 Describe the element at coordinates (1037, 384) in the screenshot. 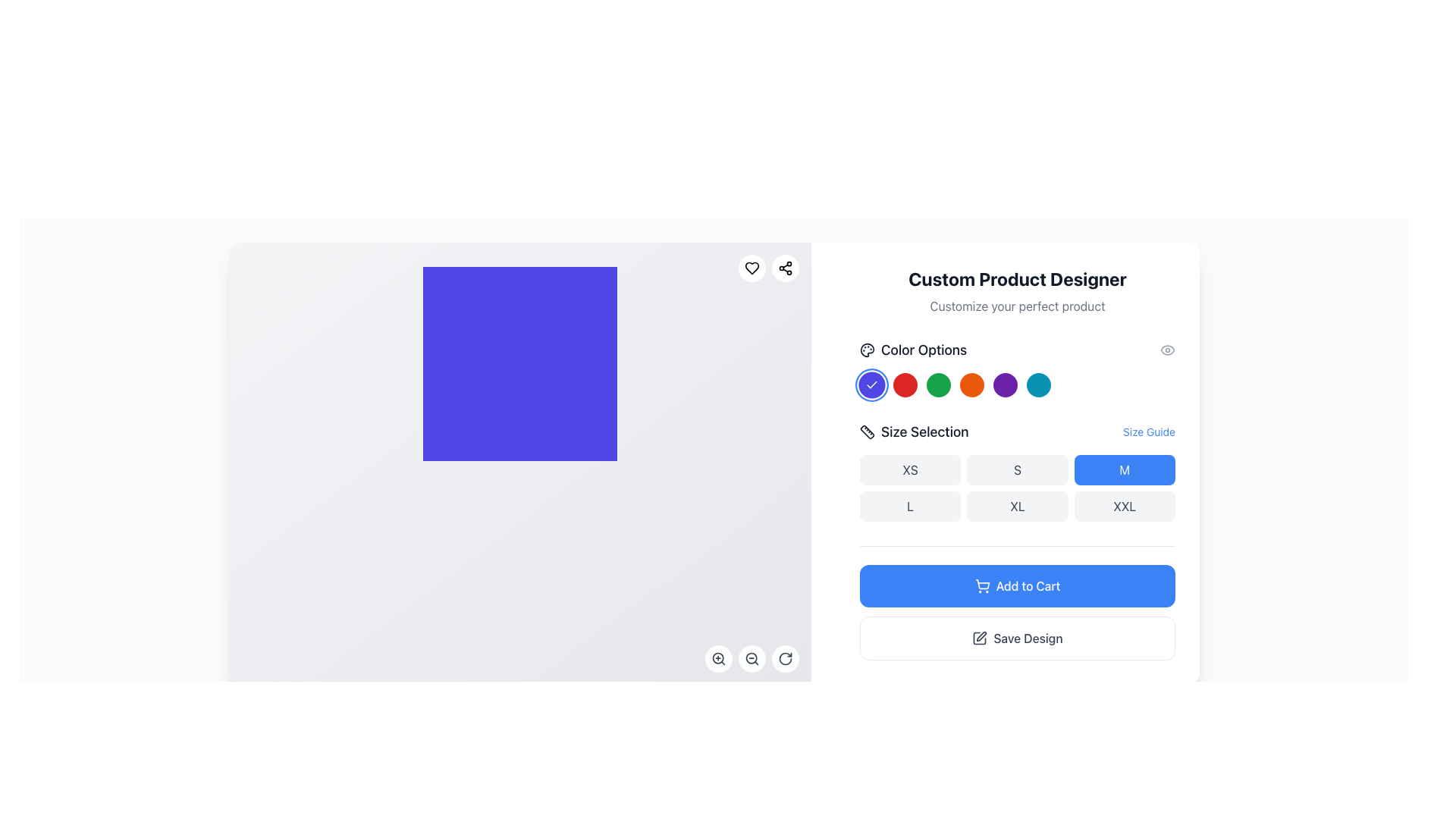

I see `the eighth circular button in the 'Color Options' section to observe the scale animation for selecting the teal color option` at that location.